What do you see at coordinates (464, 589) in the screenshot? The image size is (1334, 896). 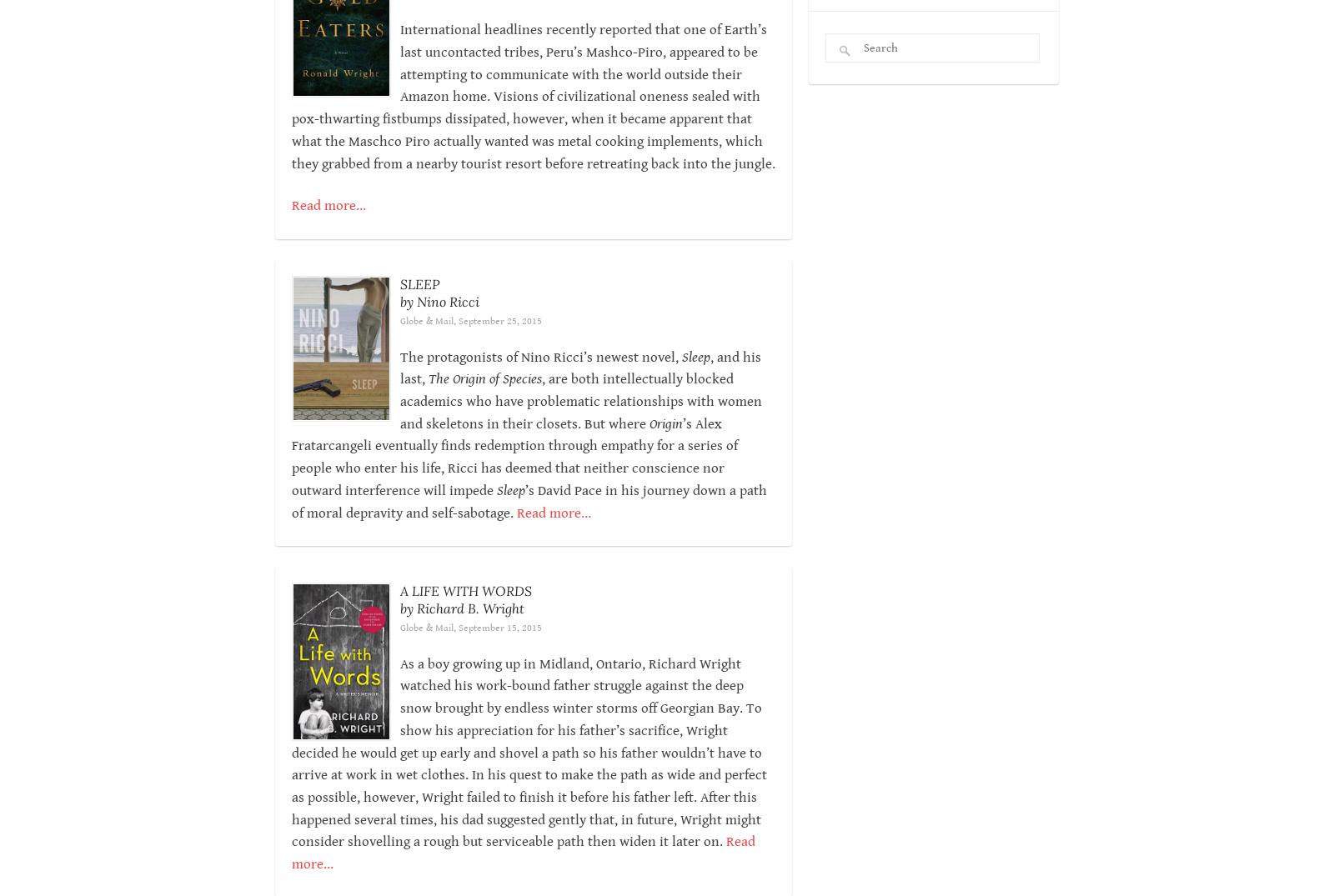 I see `'A LIFE WITH WORDS'` at bounding box center [464, 589].